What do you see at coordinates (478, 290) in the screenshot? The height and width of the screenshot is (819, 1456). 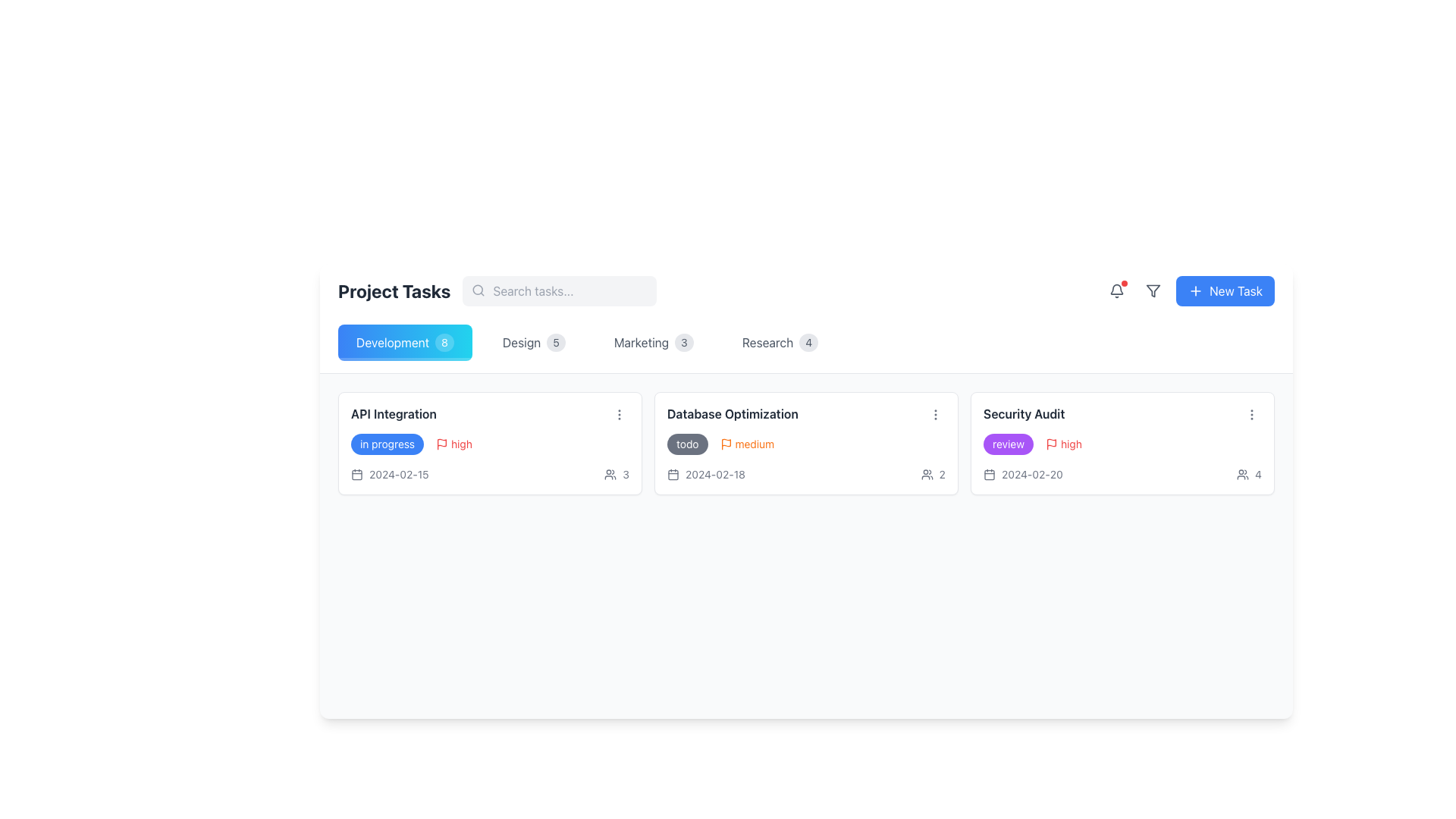 I see `the gray magnifying glass icon located to the left of the search bar text input field` at bounding box center [478, 290].